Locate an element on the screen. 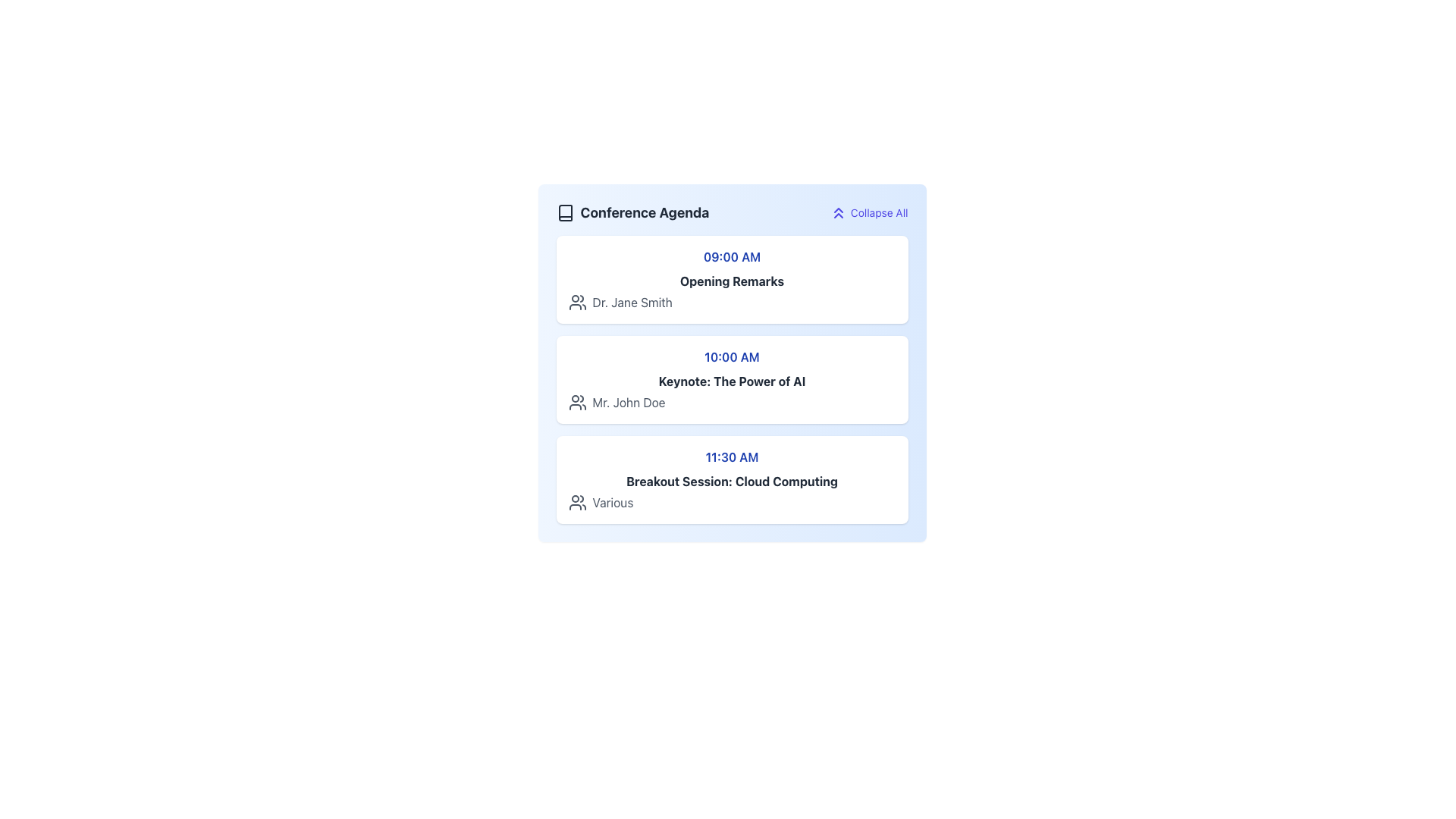  the leftmost icon of the 'Collapse All' button located in the top-right corner of the card is located at coordinates (837, 213).